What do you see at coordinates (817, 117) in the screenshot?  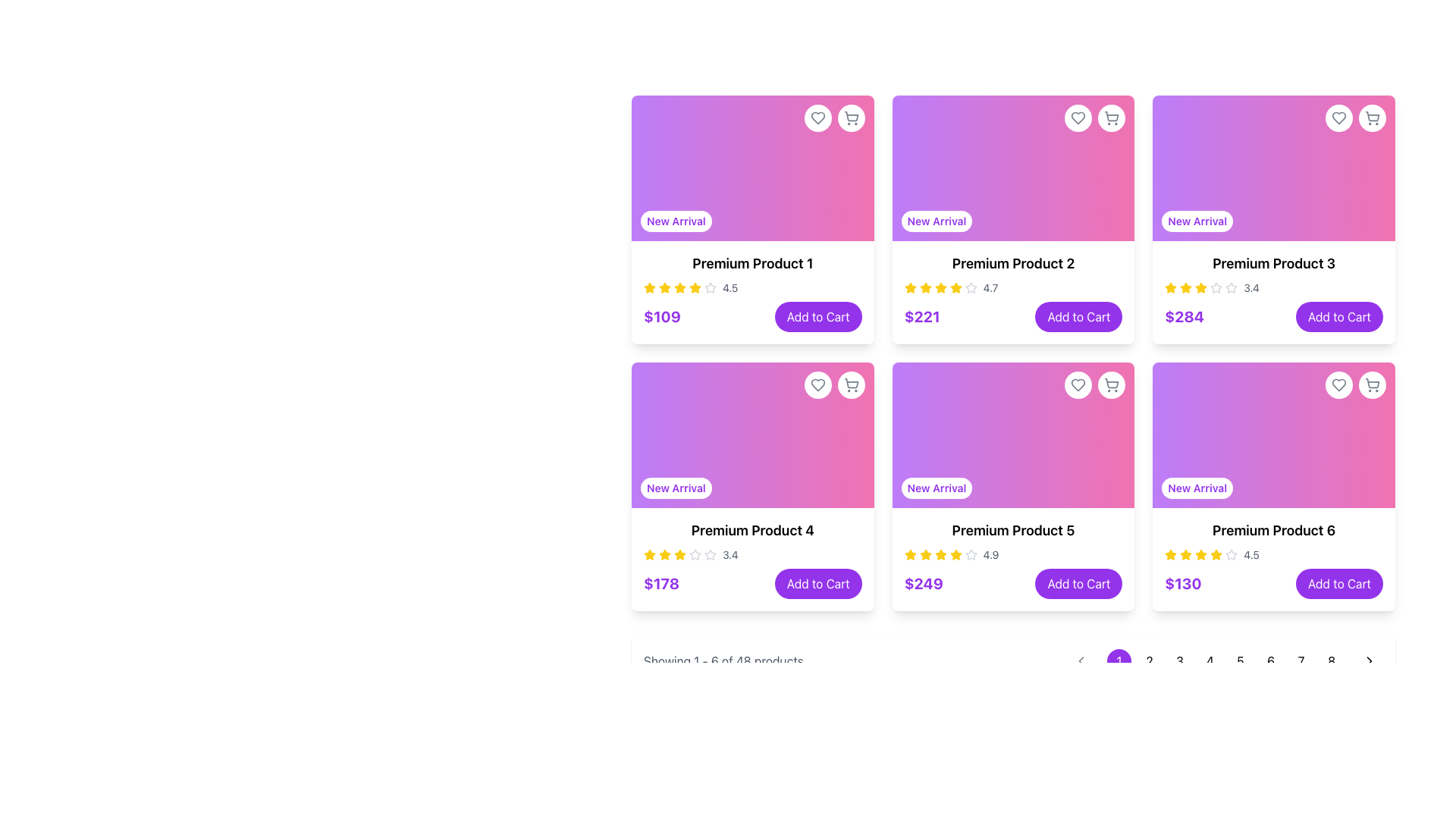 I see `the favorite button located at the top-right corner of the product card for 'Premium Product 1'` at bounding box center [817, 117].